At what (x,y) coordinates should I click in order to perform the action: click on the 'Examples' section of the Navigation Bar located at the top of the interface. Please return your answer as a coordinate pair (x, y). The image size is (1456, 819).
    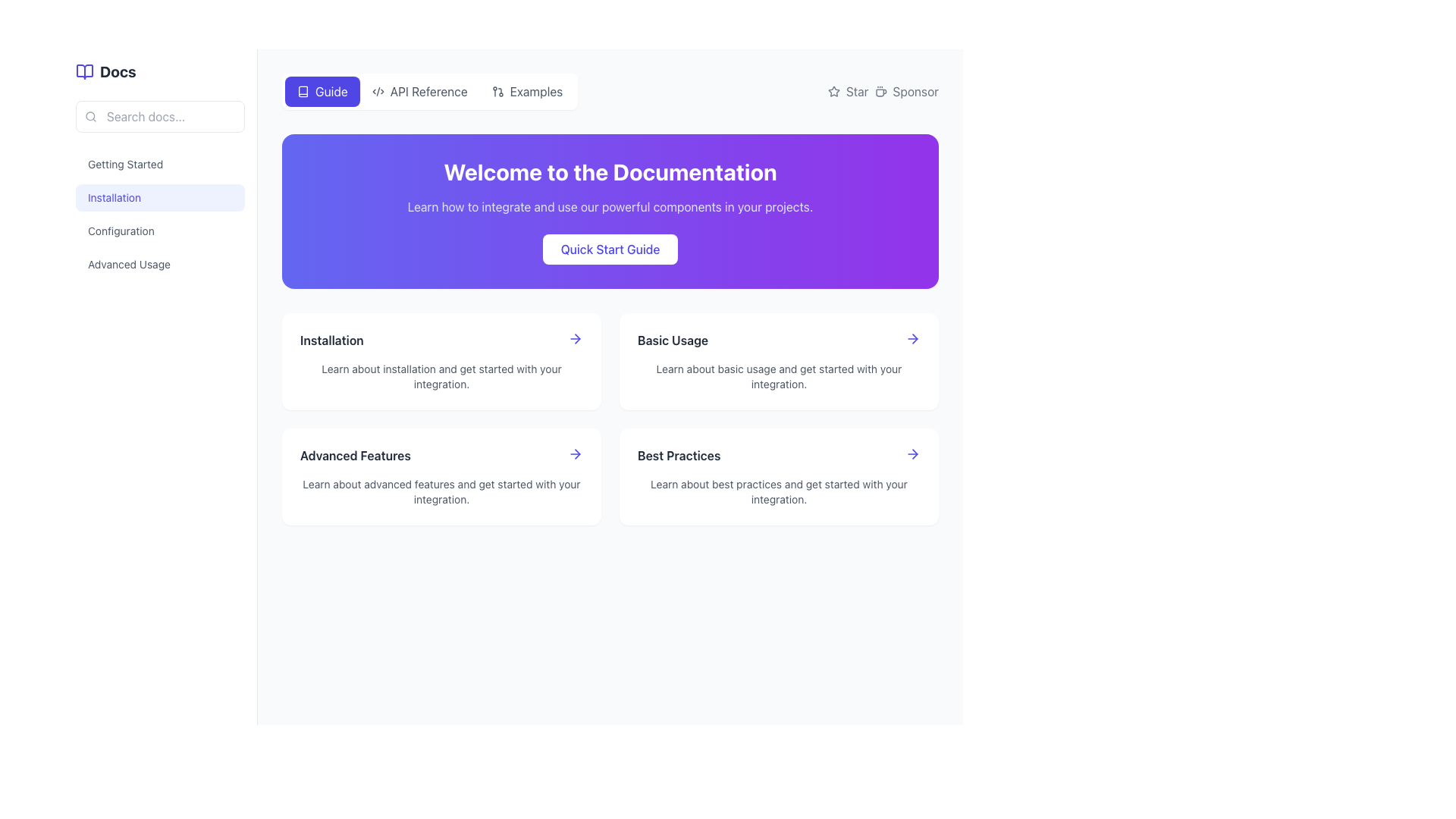
    Looking at the image, I should click on (610, 91).